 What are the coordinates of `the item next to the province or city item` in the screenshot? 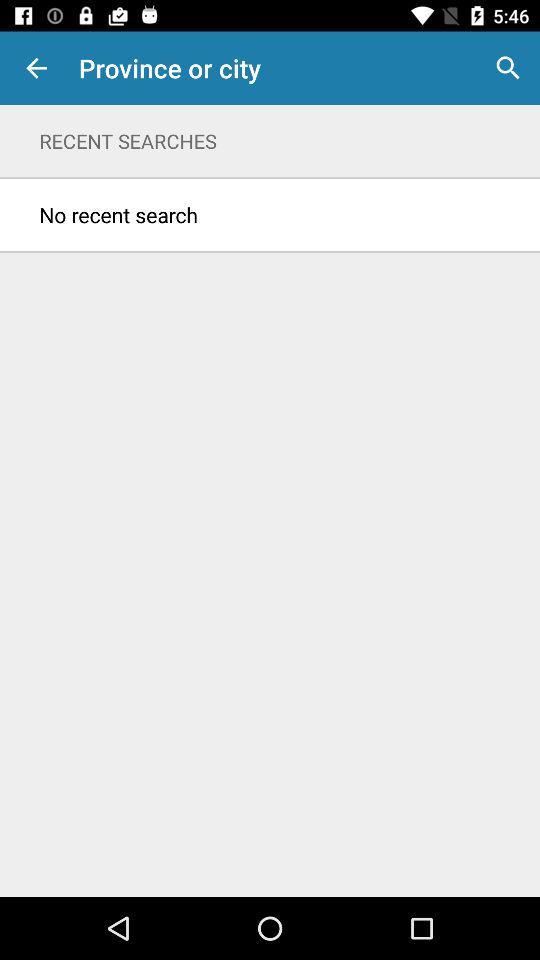 It's located at (36, 68).